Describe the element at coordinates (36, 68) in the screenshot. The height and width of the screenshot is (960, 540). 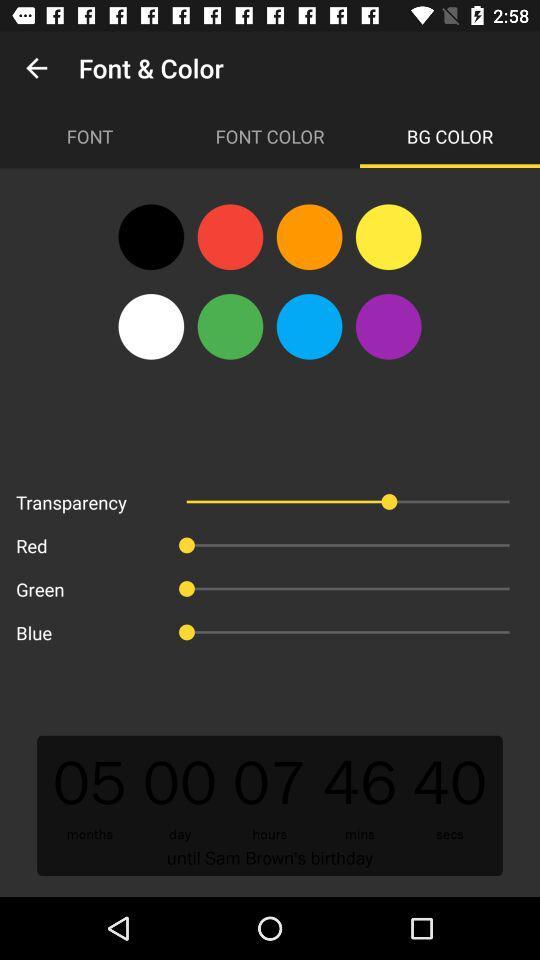
I see `app to the left of font & color icon` at that location.